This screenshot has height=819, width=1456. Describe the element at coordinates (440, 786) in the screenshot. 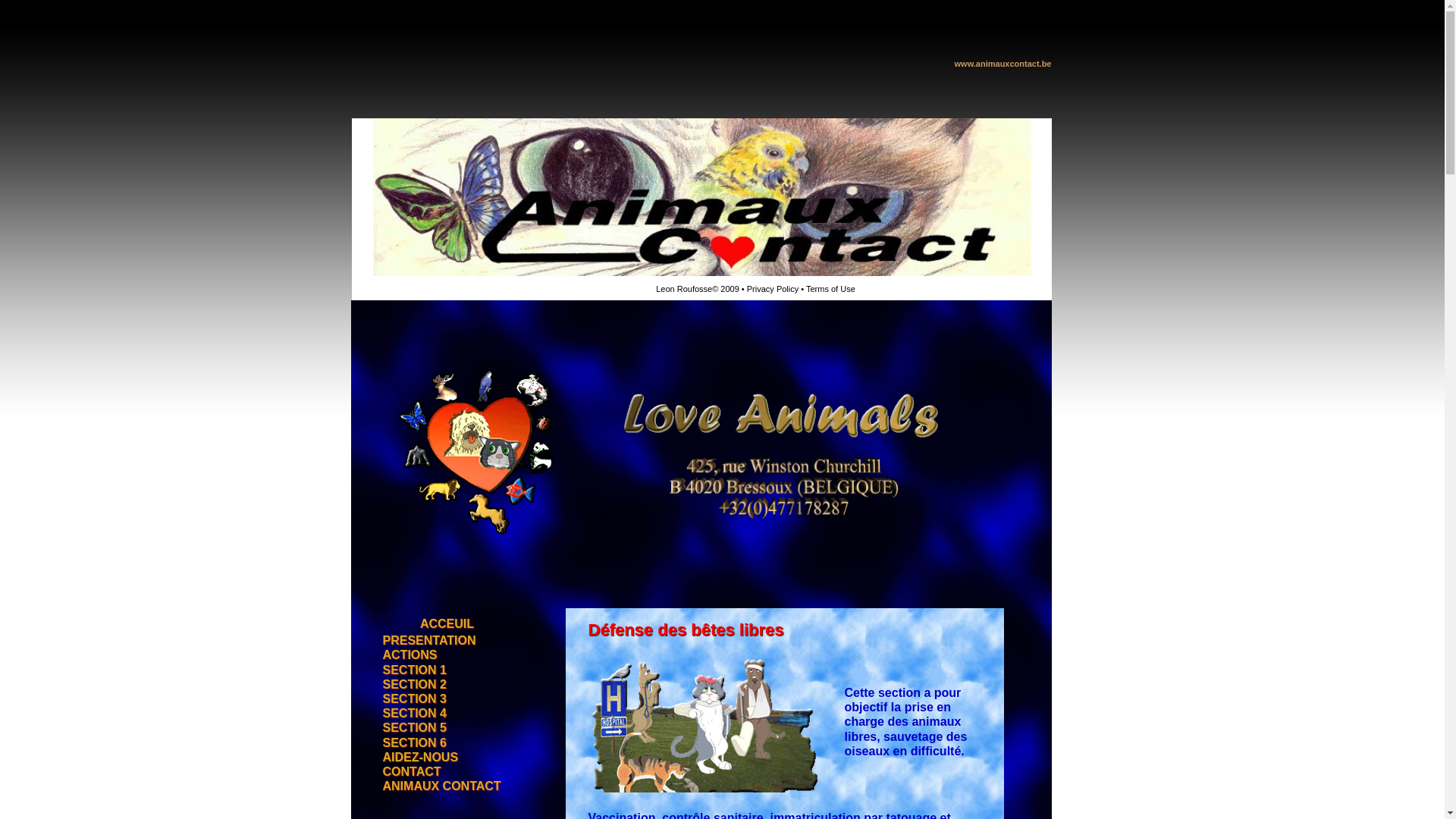

I see `'ANIMAUX CONTACT'` at that location.